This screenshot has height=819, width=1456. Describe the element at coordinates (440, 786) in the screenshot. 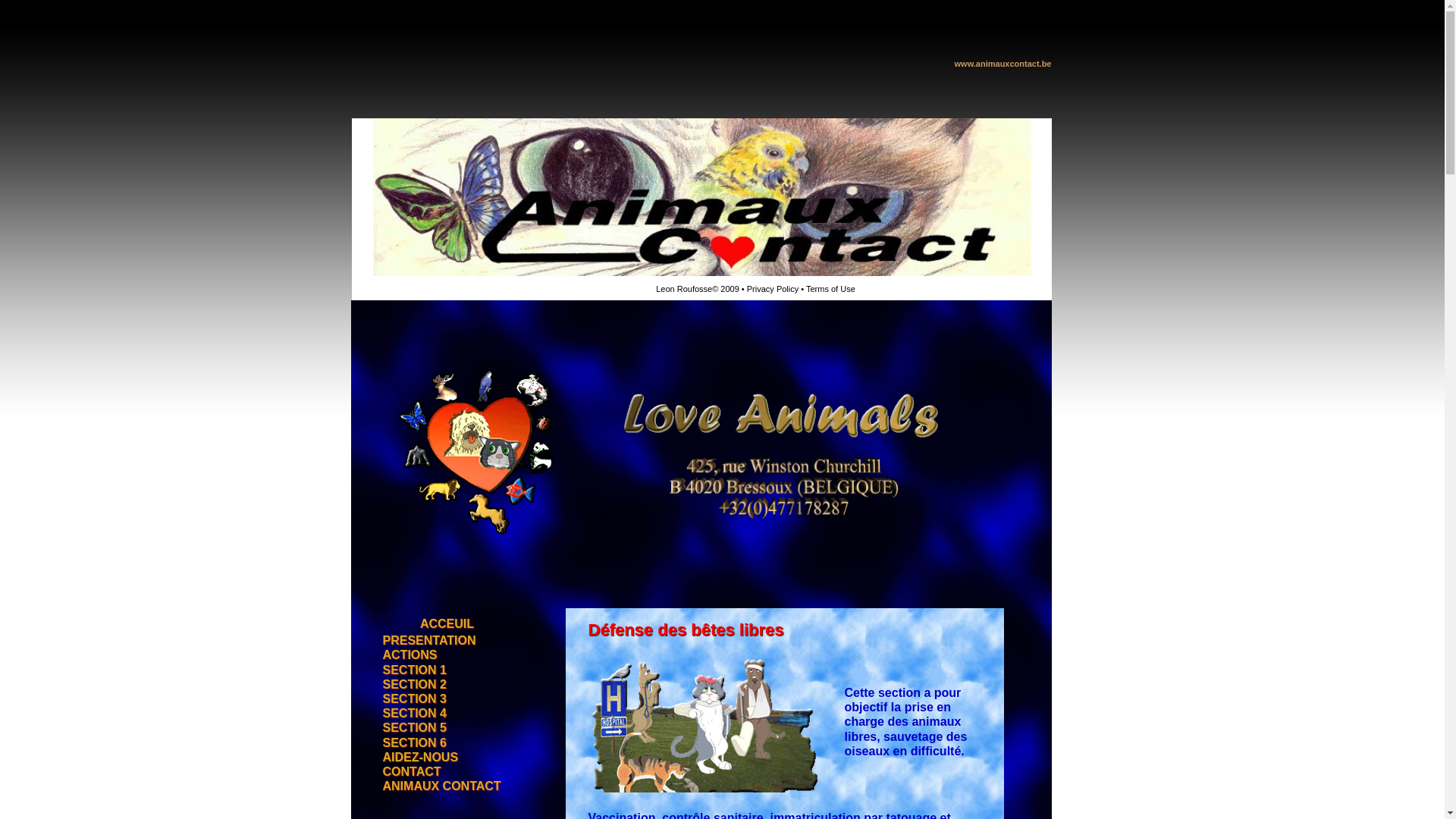

I see `'ANIMAUX CONTACT'` at that location.